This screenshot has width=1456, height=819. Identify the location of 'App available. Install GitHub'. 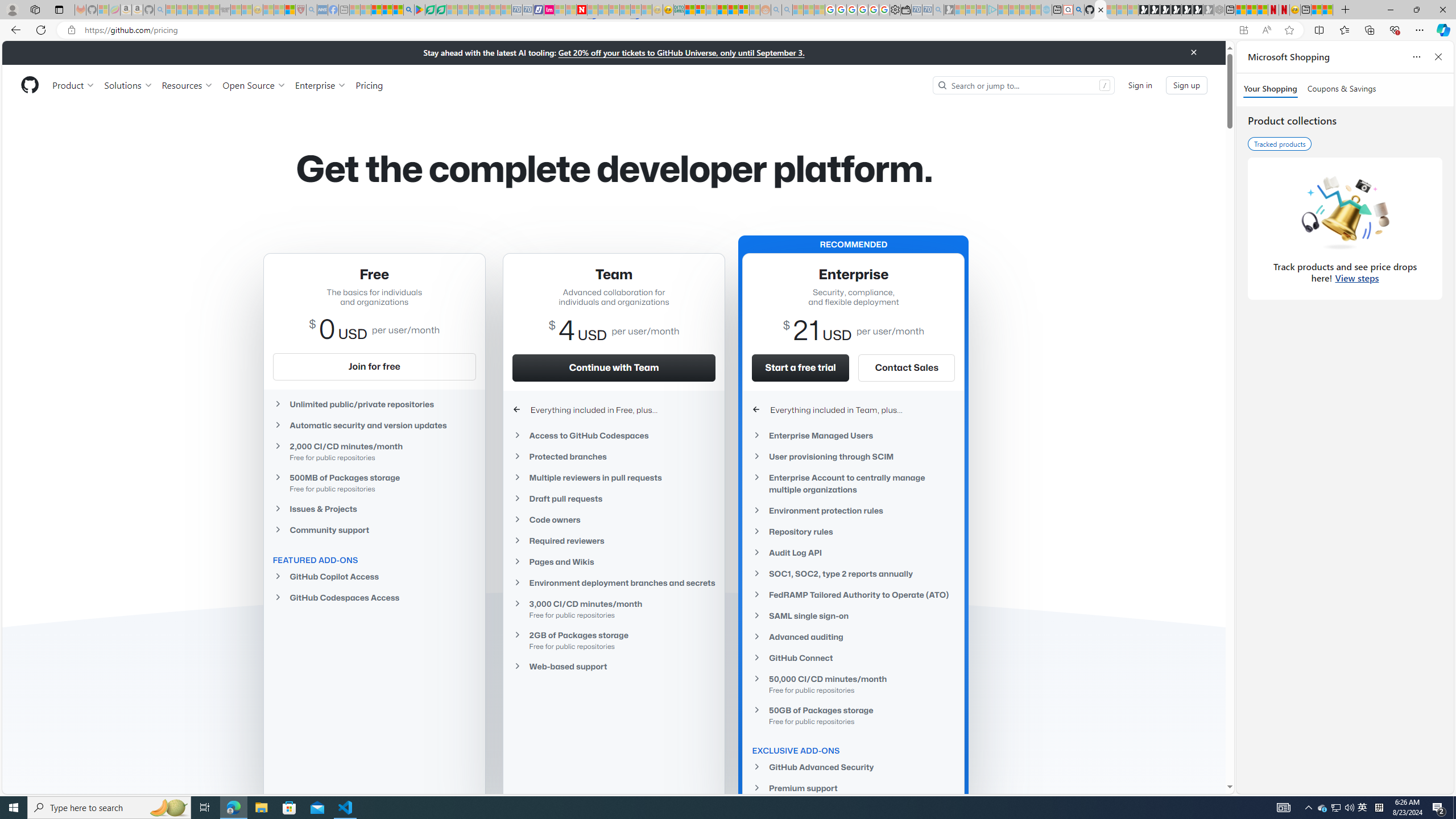
(1243, 30).